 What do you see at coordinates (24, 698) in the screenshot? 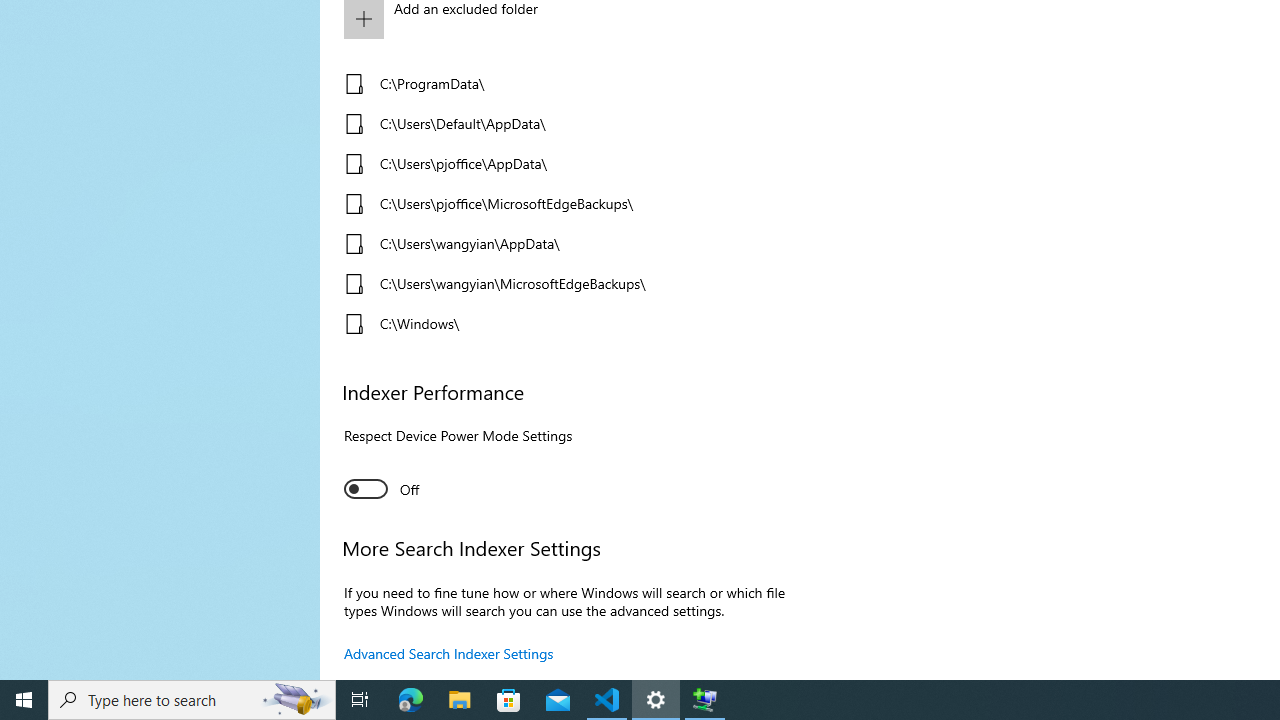
I see `'Start'` at bounding box center [24, 698].